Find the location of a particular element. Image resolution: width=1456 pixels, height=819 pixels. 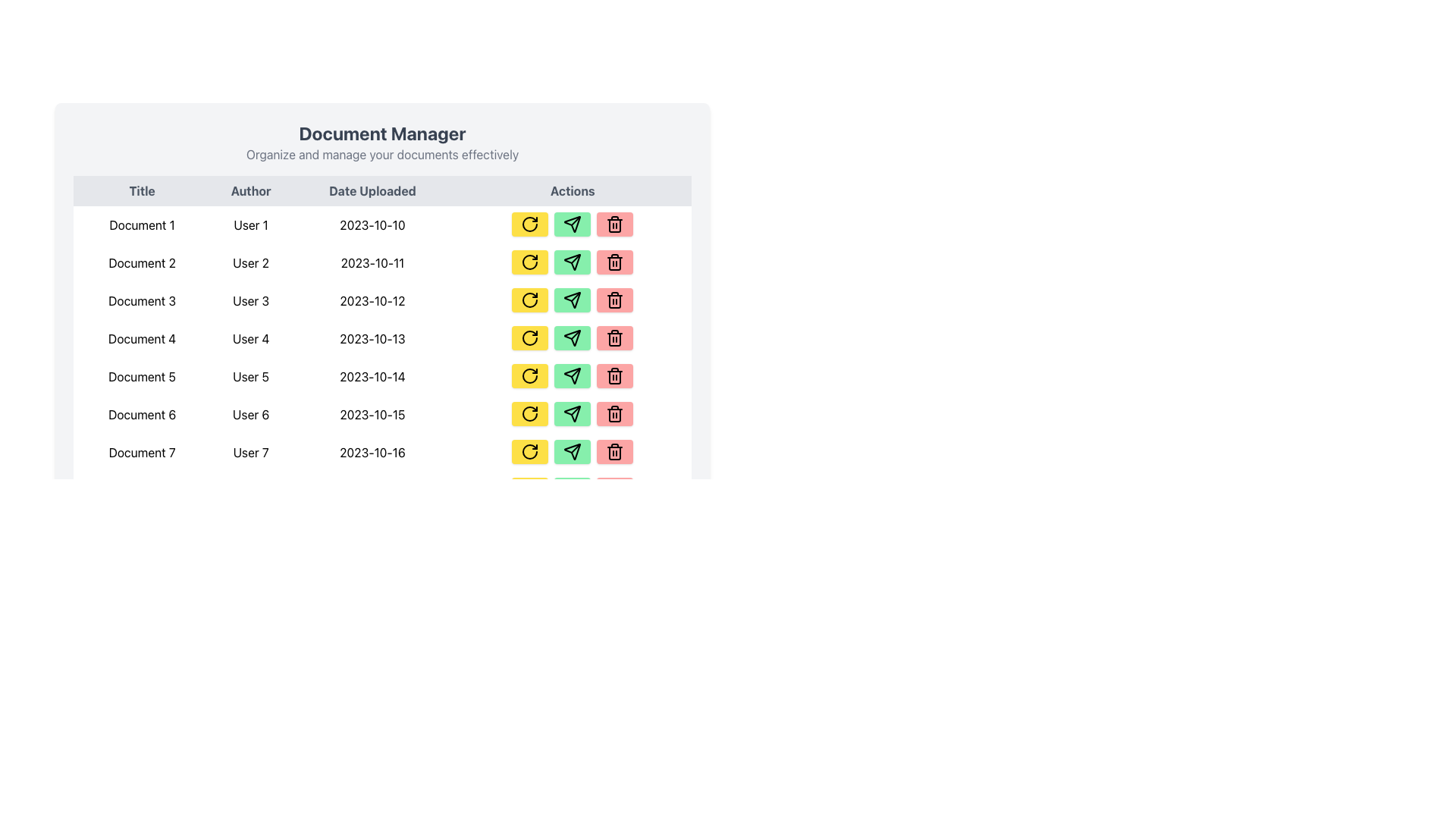

the green rounded rectangular button with a paper plane icon, located between the yellow refresh button and the red delete button is located at coordinates (572, 262).